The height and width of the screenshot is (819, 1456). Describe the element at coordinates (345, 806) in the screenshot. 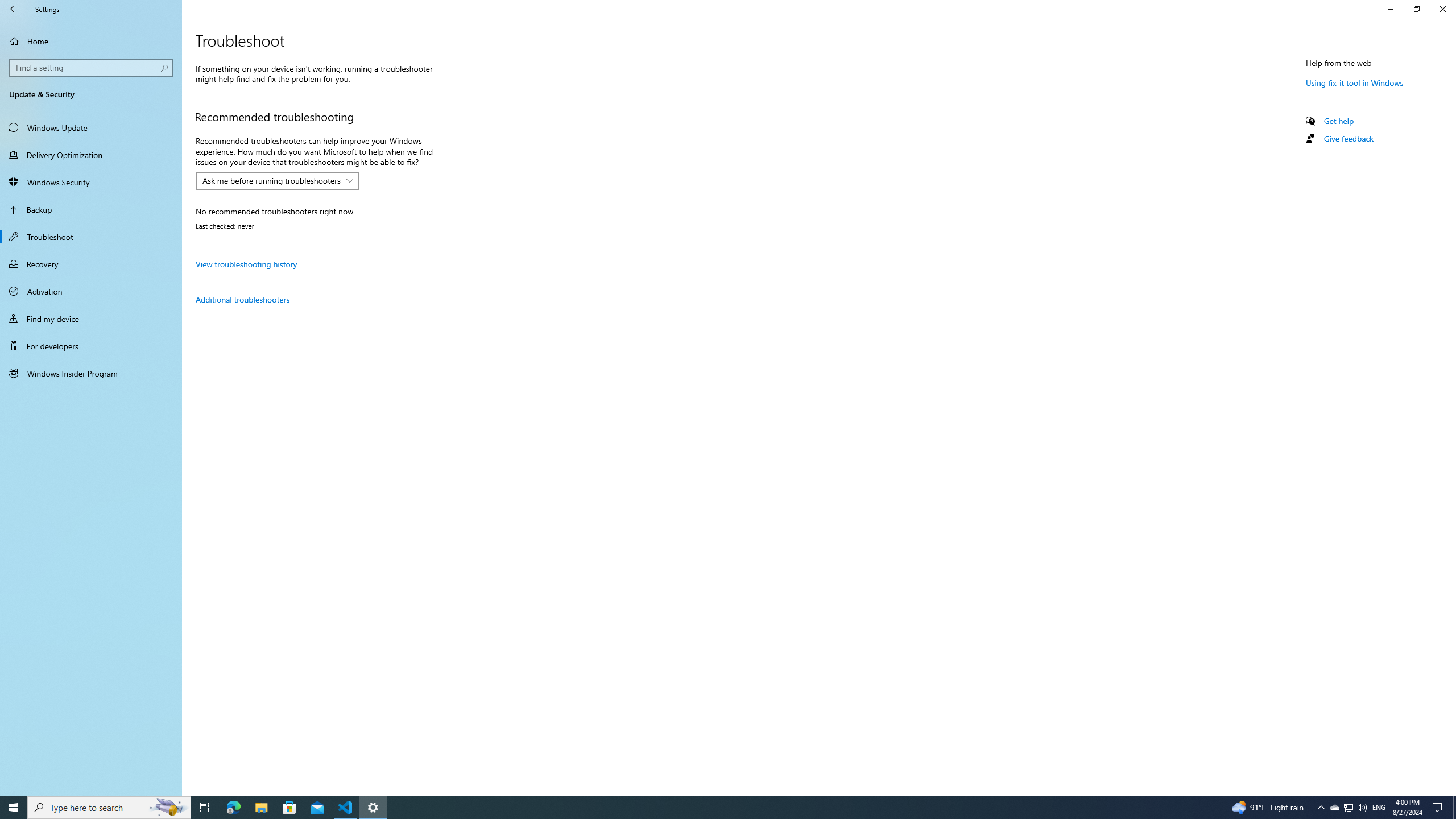

I see `'Visual Studio Code - 1 running window'` at that location.